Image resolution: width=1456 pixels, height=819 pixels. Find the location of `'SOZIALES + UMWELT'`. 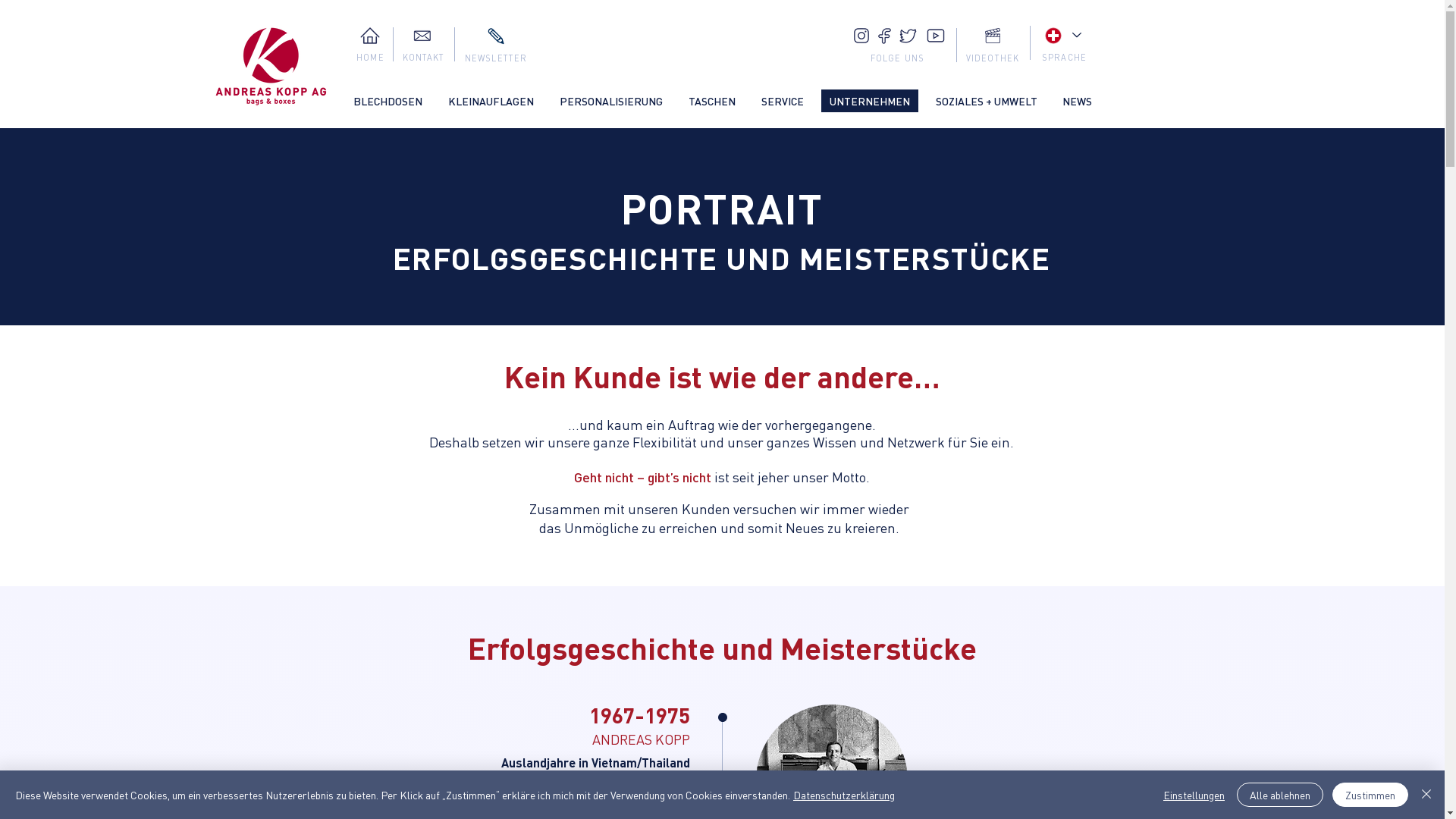

'SOZIALES + UMWELT' is located at coordinates (986, 100).